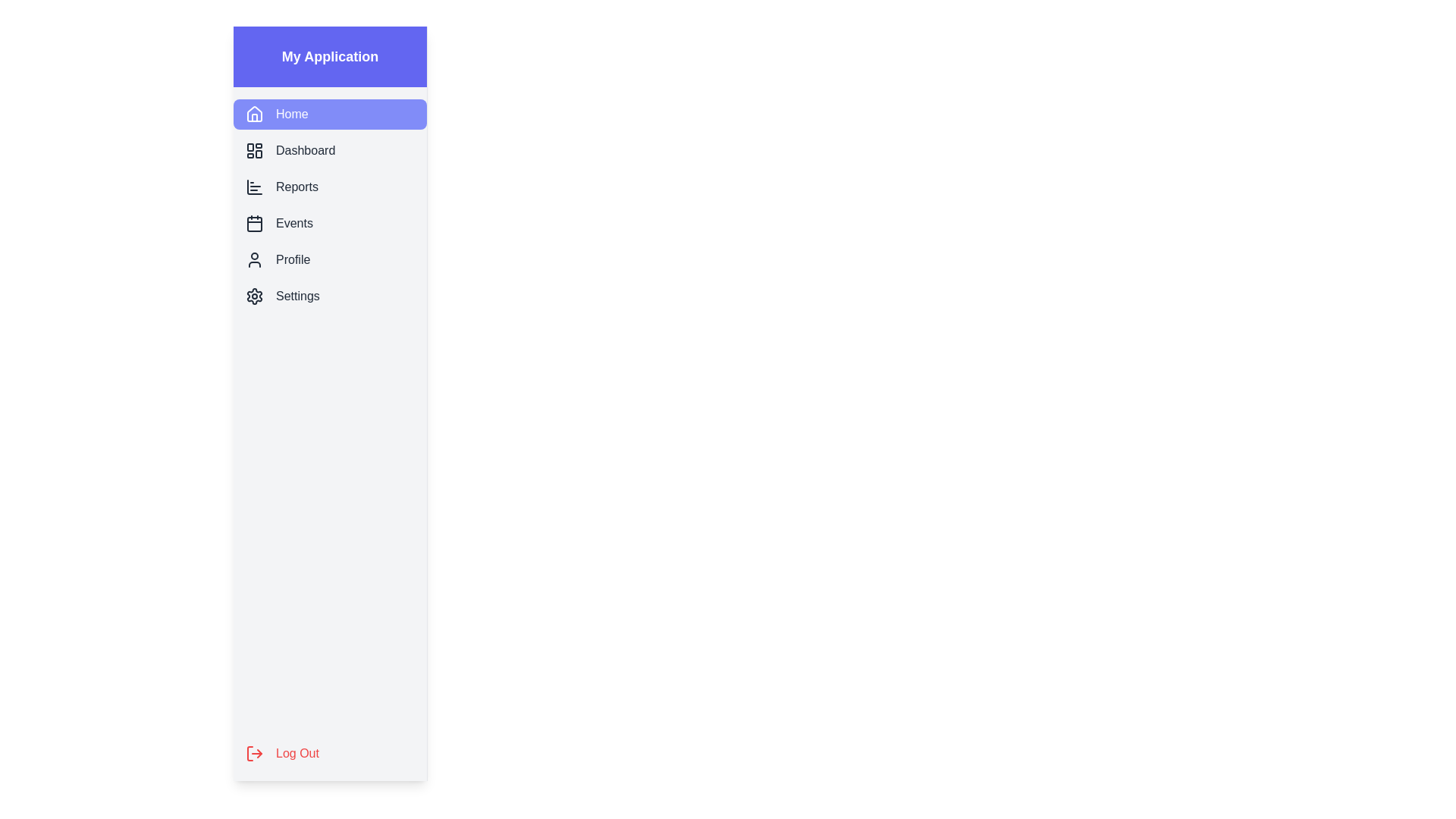 The width and height of the screenshot is (1456, 819). What do you see at coordinates (255, 296) in the screenshot?
I see `the settings icon located at the bottom-left corner of the vertical navigation menu` at bounding box center [255, 296].